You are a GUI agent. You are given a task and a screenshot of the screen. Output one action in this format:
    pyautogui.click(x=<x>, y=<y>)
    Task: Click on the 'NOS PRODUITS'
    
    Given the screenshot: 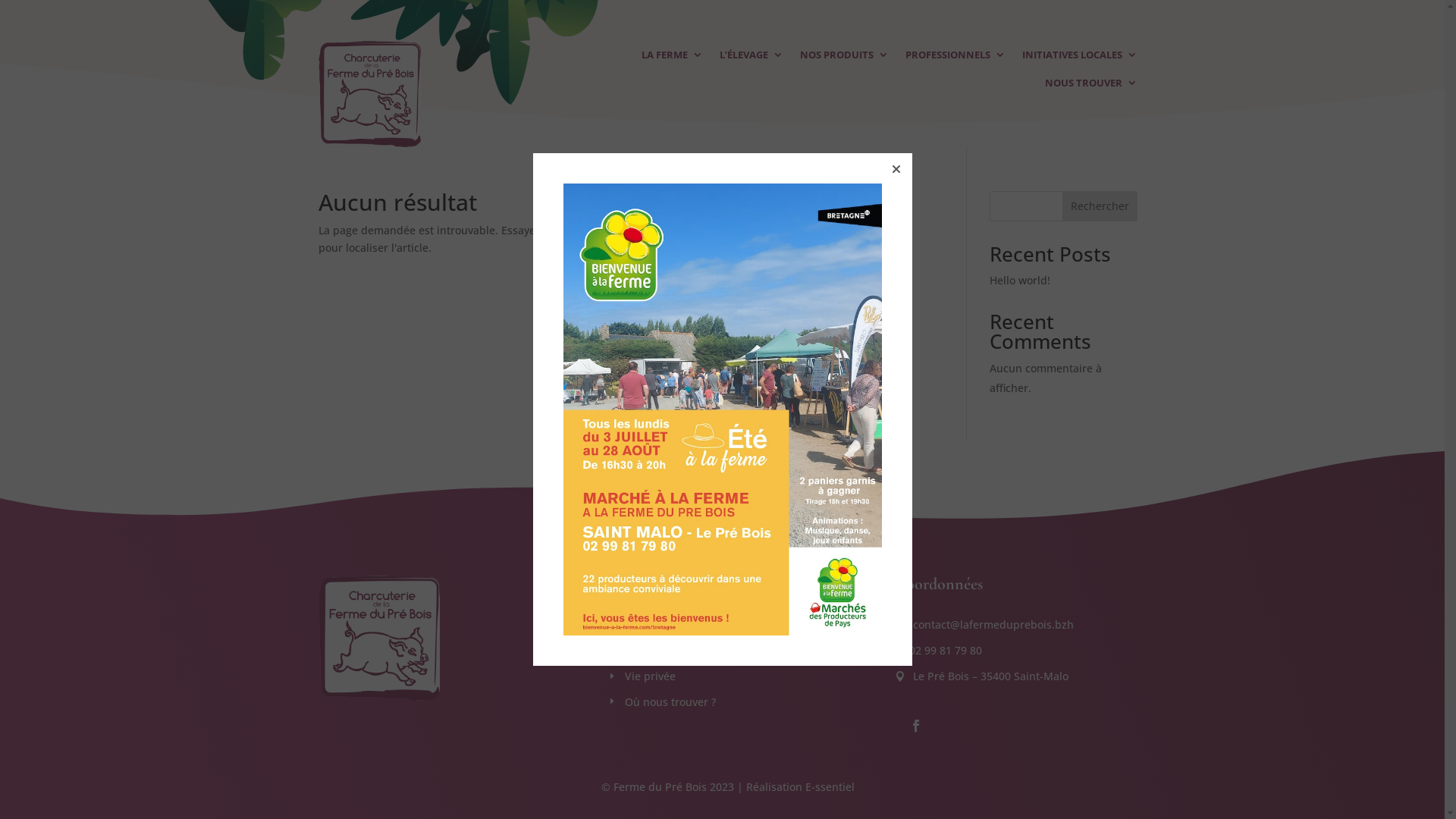 What is the action you would take?
    pyautogui.click(x=843, y=57)
    